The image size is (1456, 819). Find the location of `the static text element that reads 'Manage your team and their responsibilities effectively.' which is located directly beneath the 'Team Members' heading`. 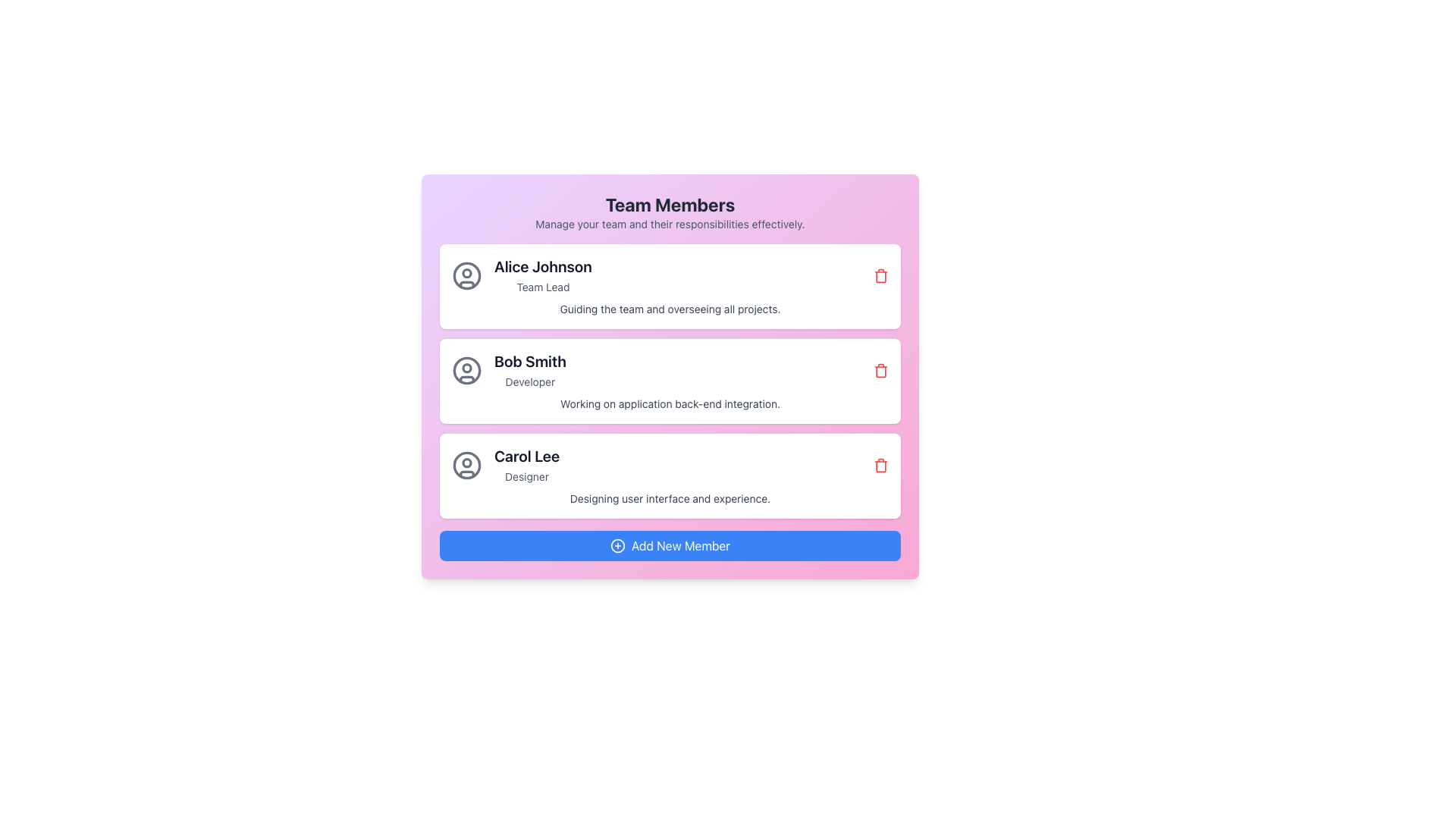

the static text element that reads 'Manage your team and their responsibilities effectively.' which is located directly beneath the 'Team Members' heading is located at coordinates (669, 224).